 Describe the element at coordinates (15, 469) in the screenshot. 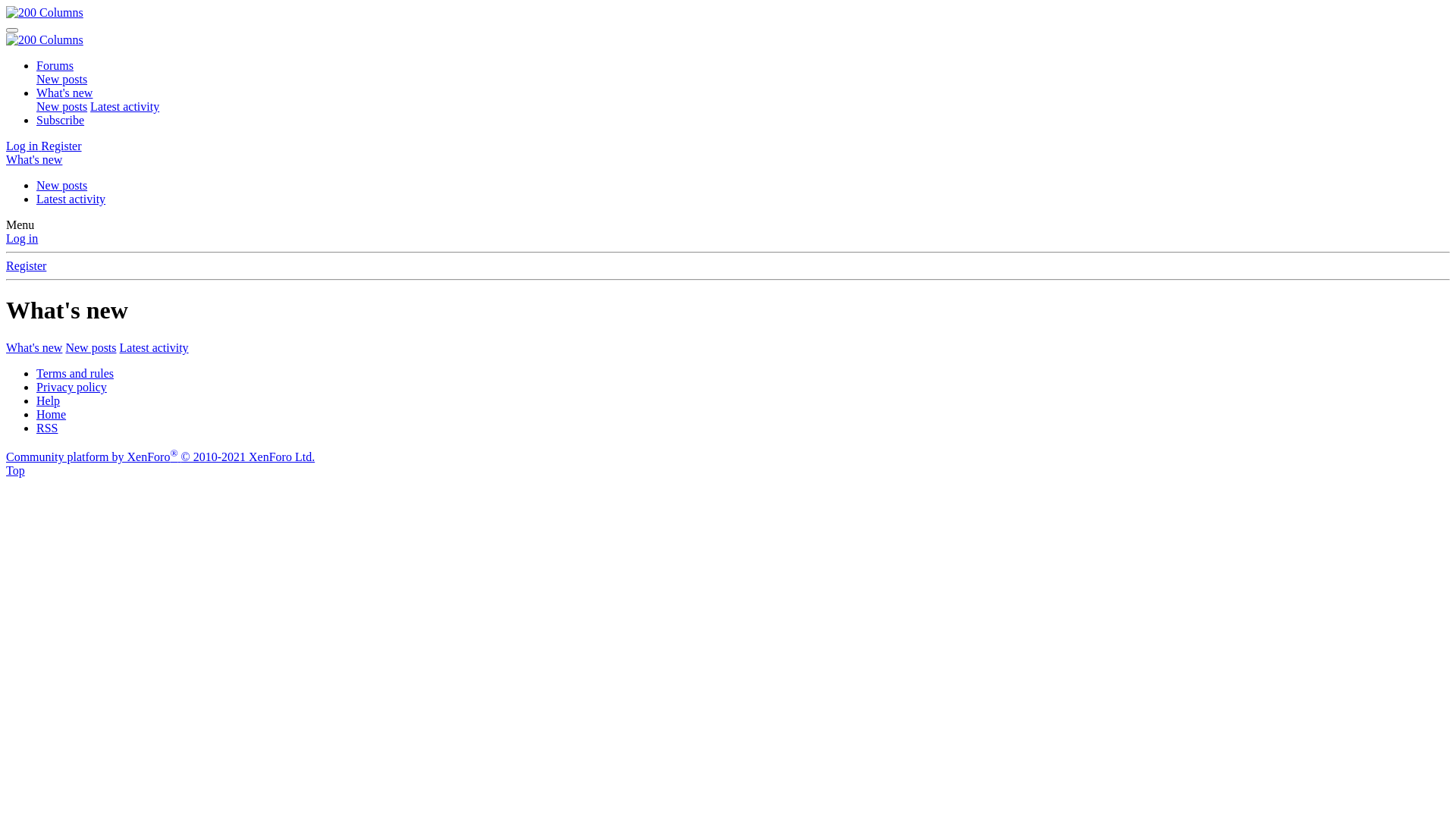

I see `'Top'` at that location.